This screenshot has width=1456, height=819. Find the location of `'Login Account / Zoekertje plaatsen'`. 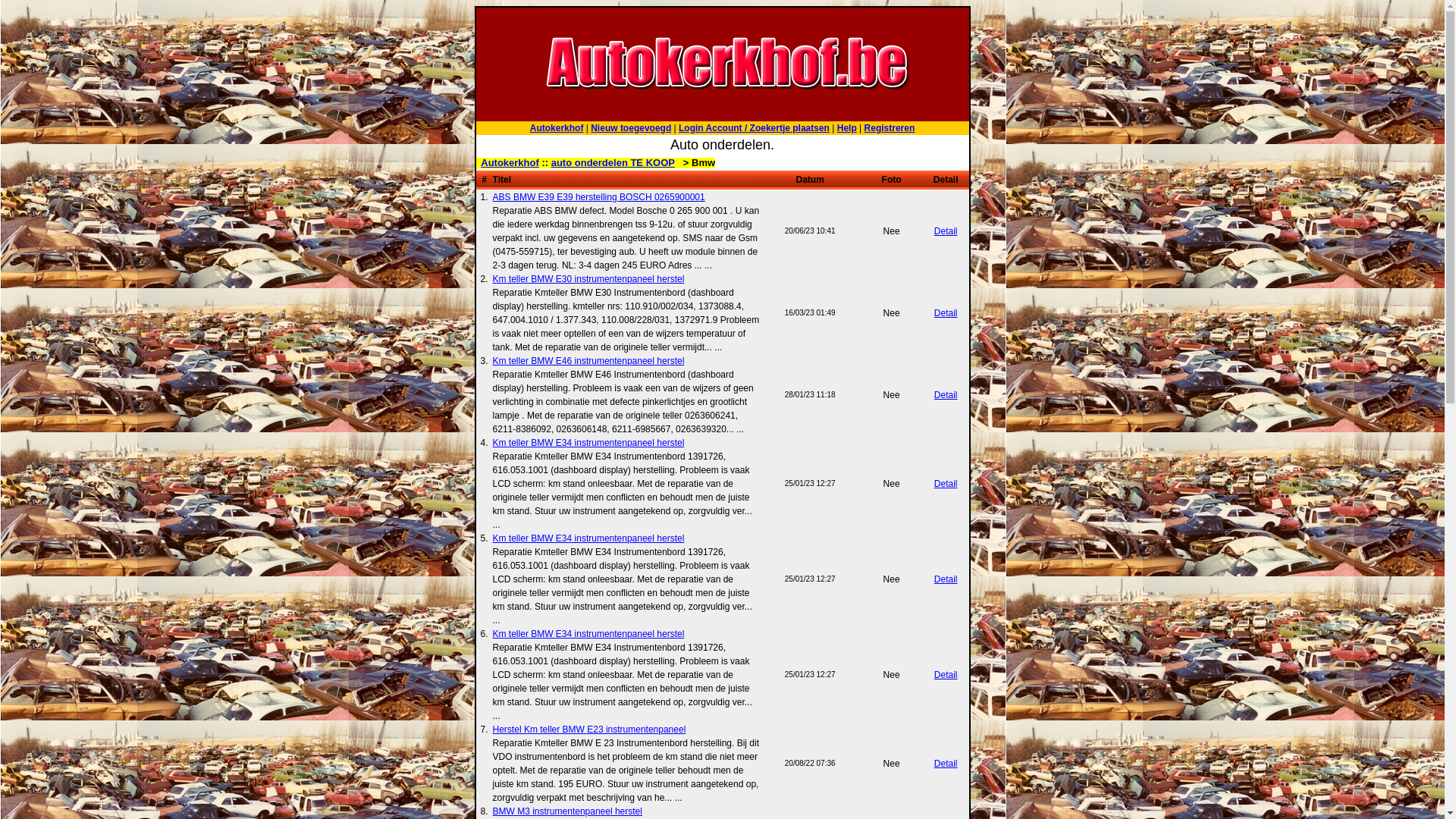

'Login Account / Zoekertje plaatsen' is located at coordinates (677, 127).